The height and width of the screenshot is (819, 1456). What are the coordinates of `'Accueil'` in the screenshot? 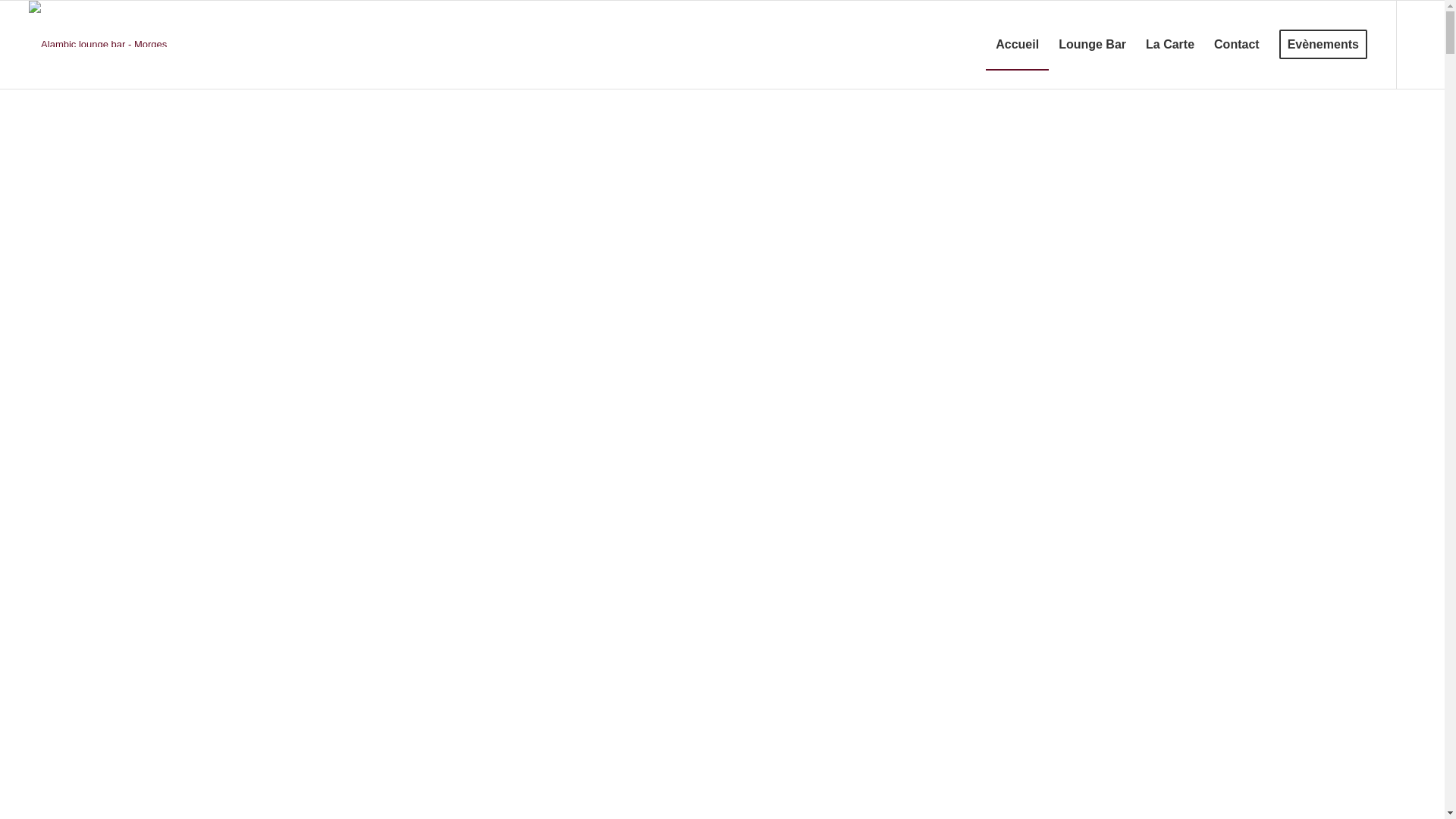 It's located at (1017, 43).